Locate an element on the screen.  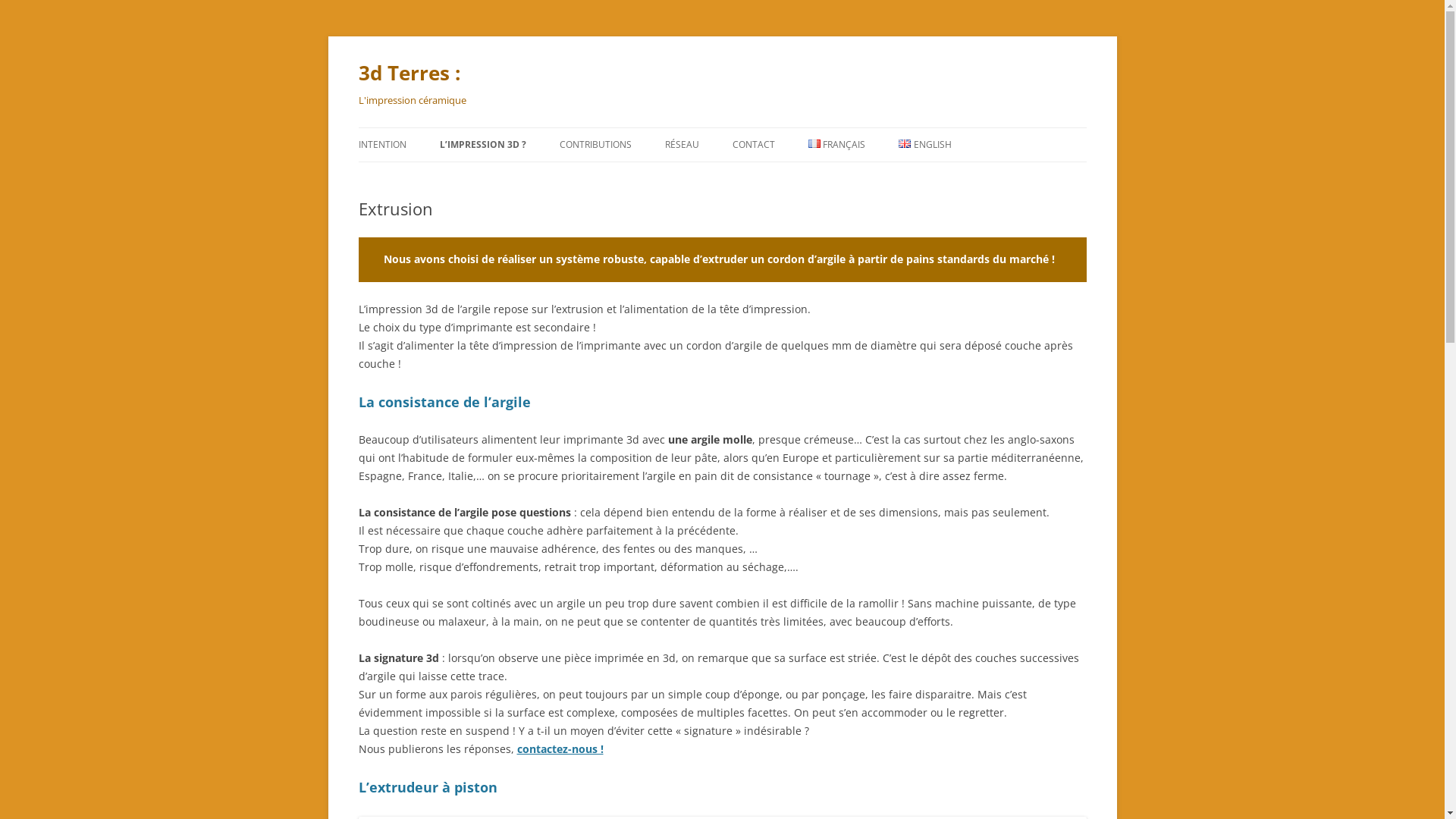
'3d Terres :' is located at coordinates (408, 73).